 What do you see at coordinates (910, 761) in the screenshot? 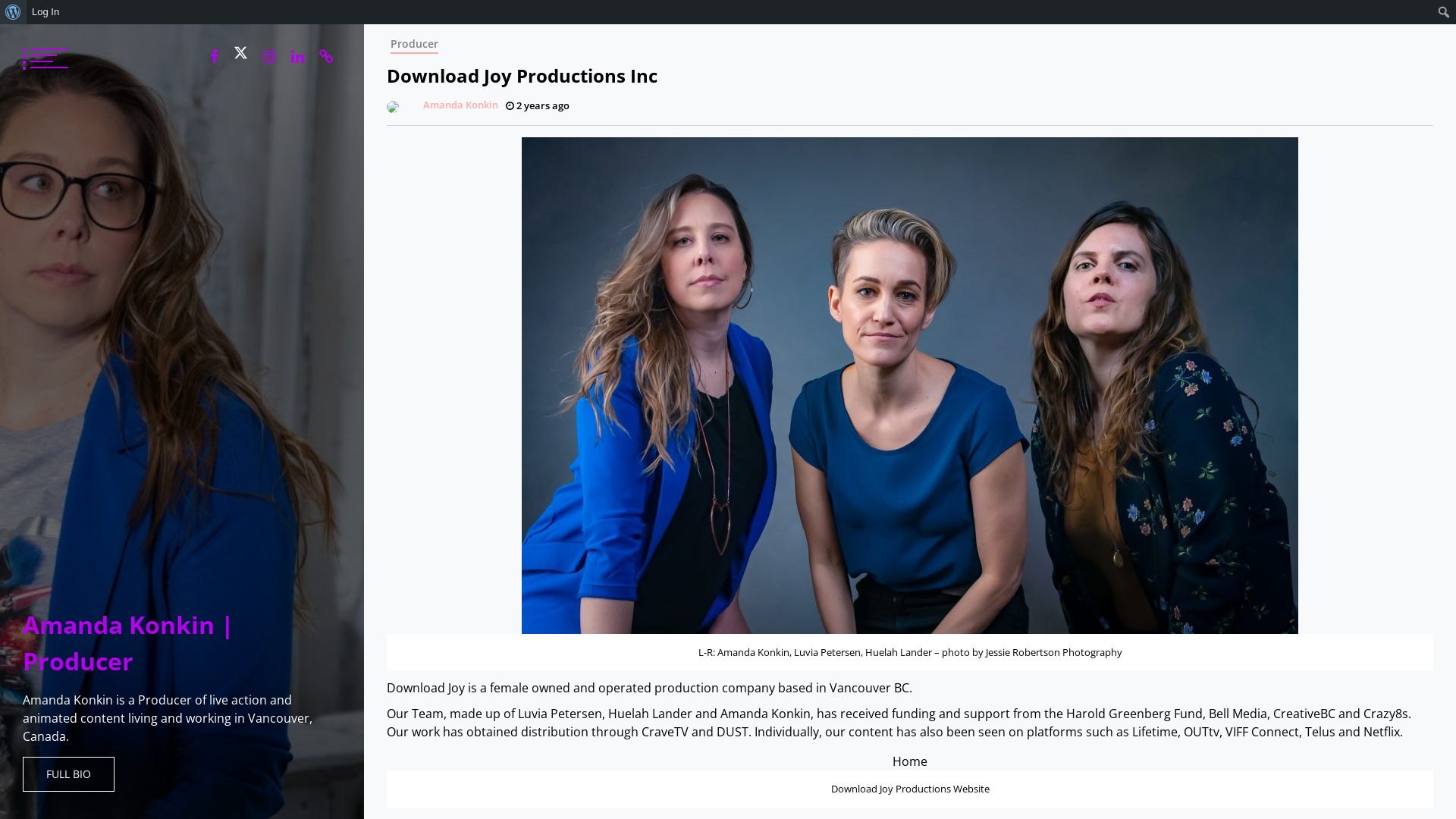
I see `'Home'` at bounding box center [910, 761].